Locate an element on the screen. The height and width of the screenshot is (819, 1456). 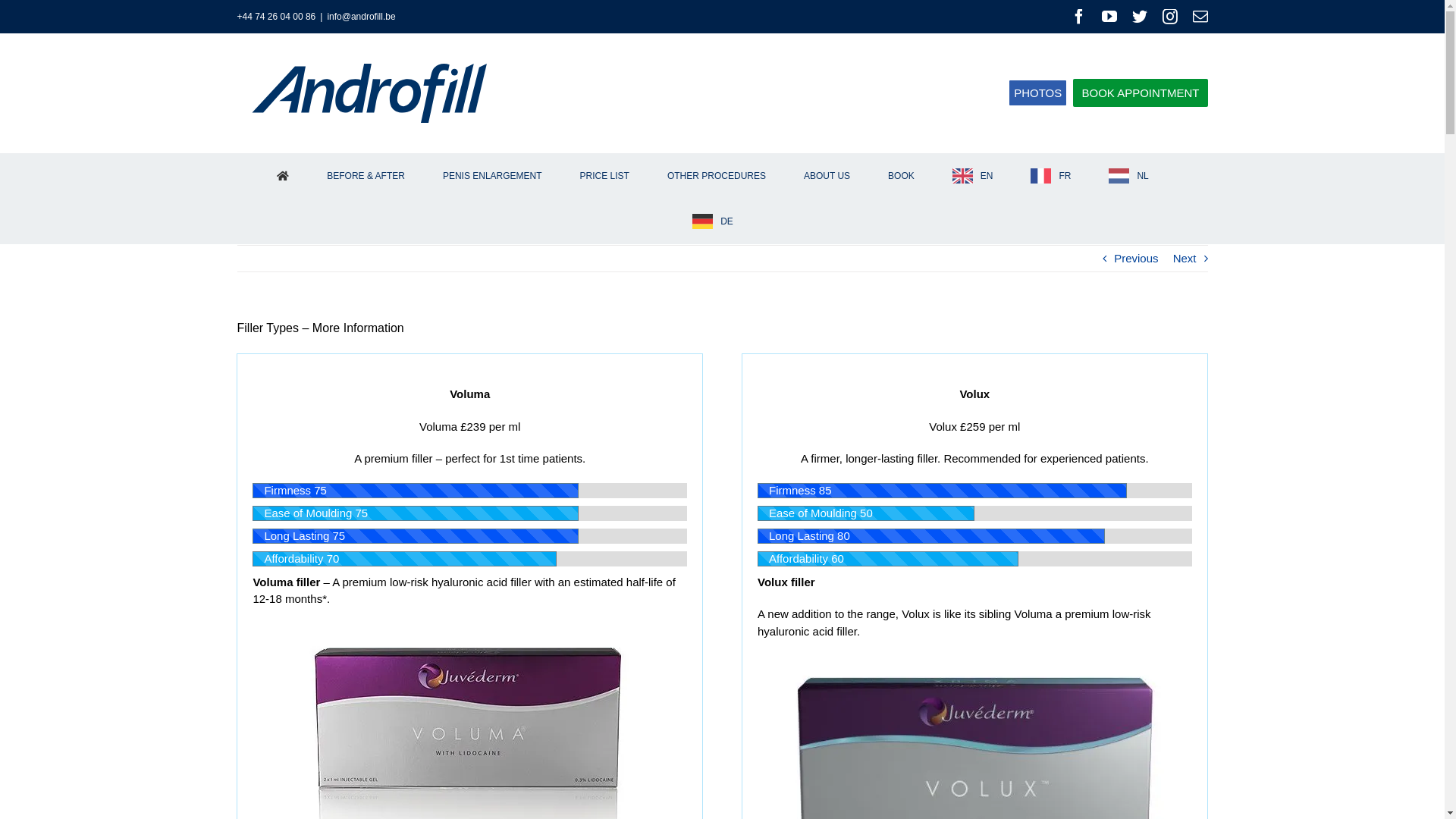
'ABOUT US' is located at coordinates (825, 174).